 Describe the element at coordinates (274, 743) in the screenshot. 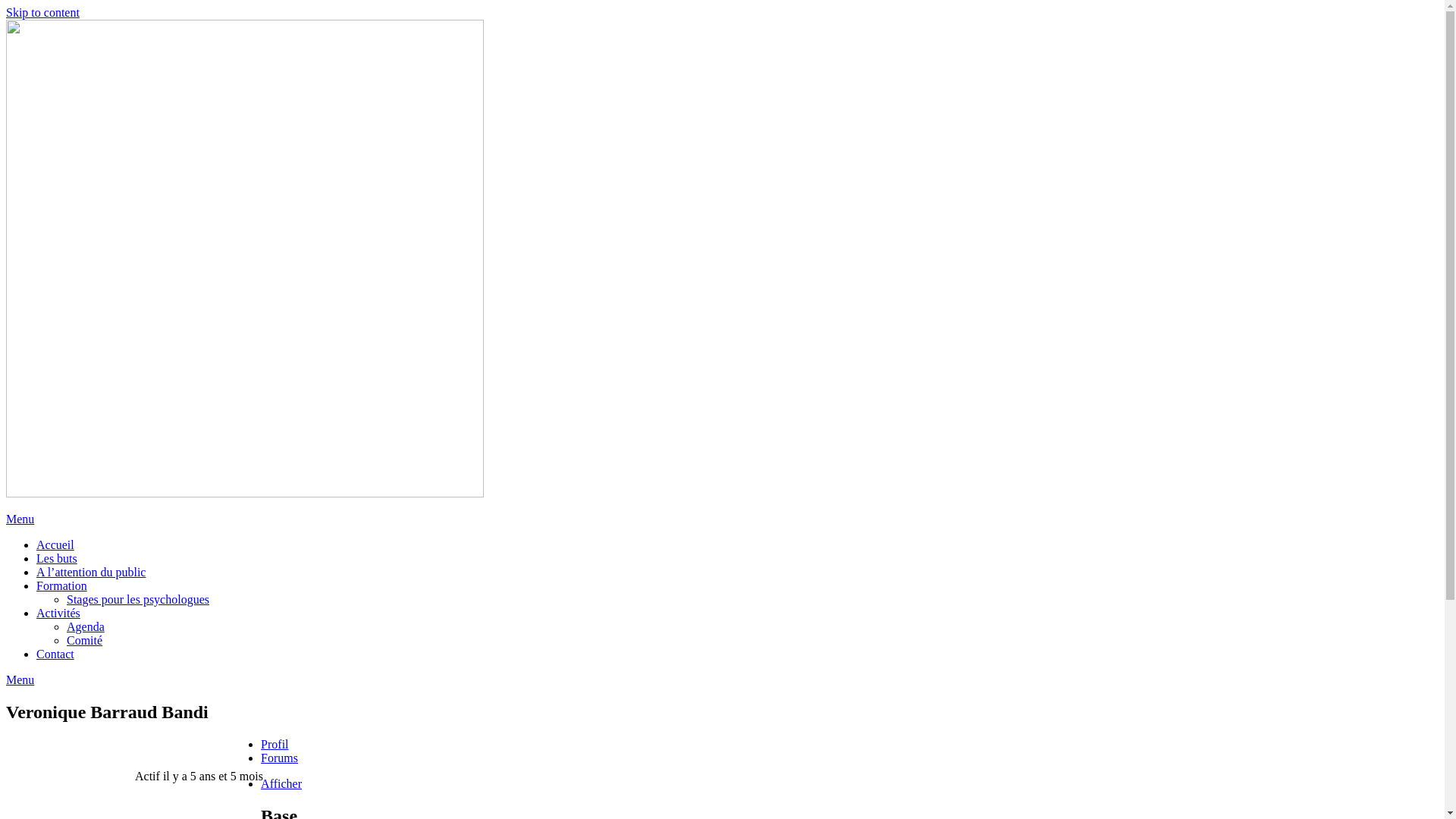

I see `'Profil'` at that location.